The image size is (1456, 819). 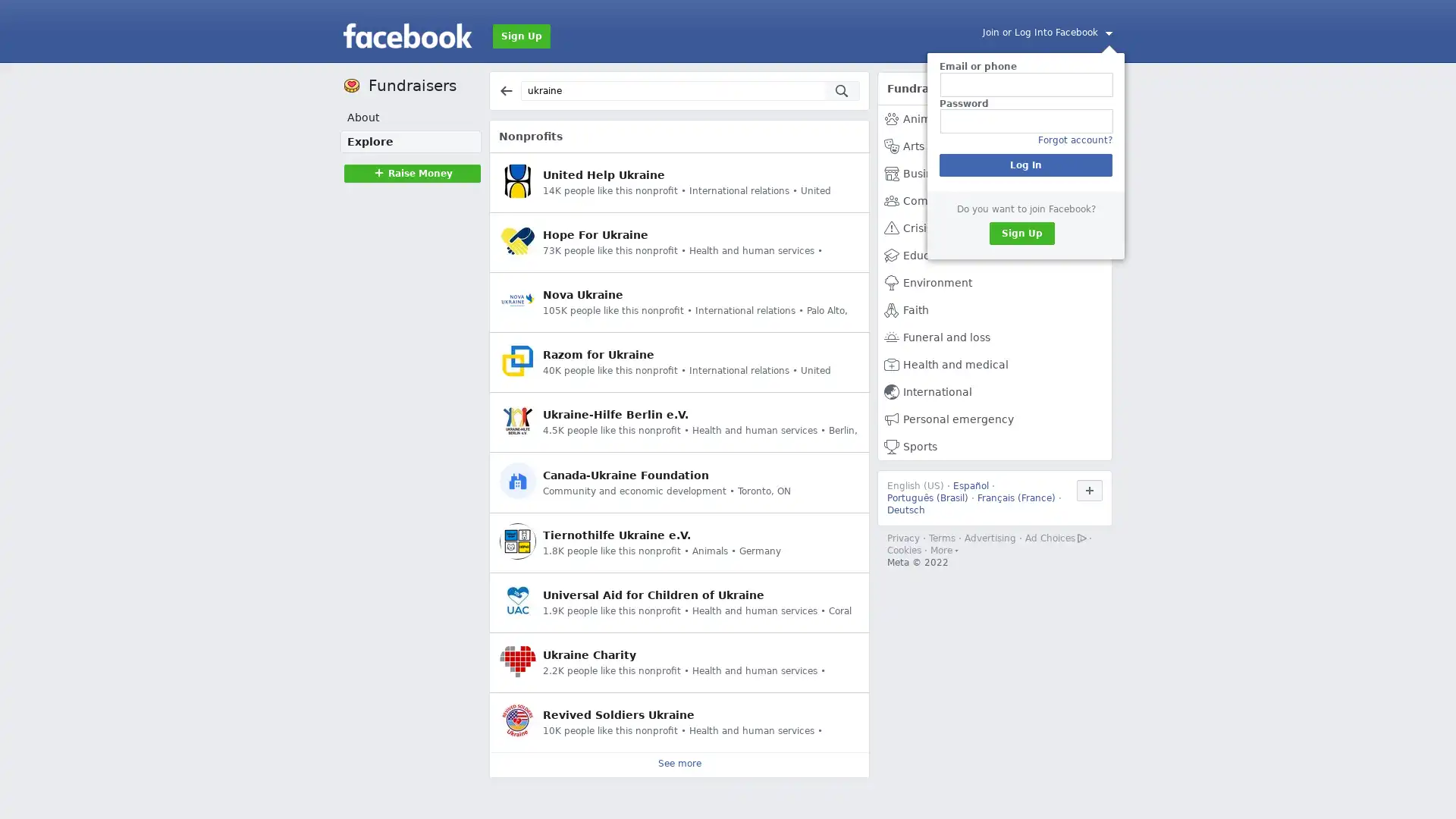 What do you see at coordinates (1088, 491) in the screenshot?
I see `Use Facebook in another language.` at bounding box center [1088, 491].